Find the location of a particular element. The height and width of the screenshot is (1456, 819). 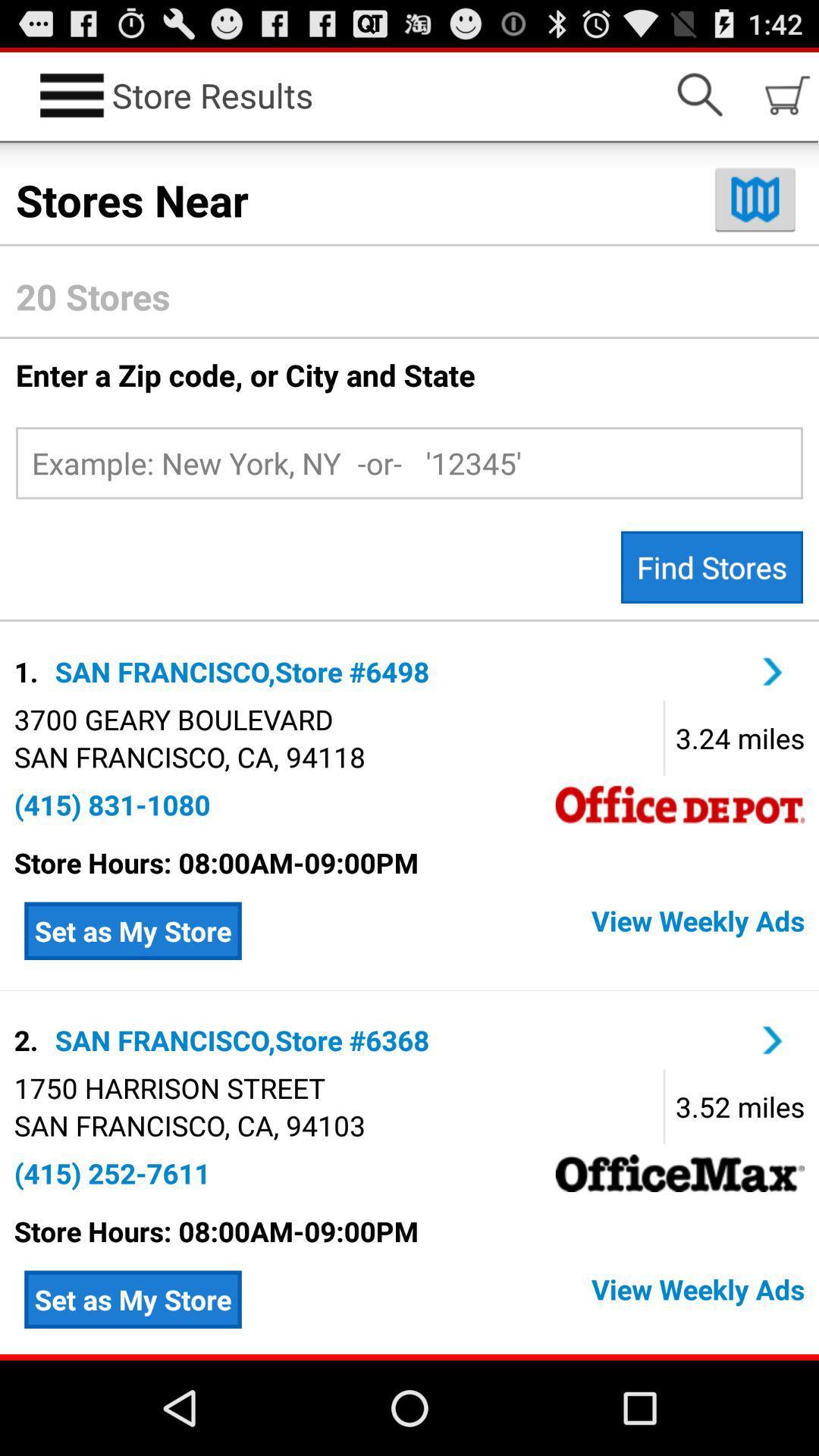

see more details is located at coordinates (773, 670).